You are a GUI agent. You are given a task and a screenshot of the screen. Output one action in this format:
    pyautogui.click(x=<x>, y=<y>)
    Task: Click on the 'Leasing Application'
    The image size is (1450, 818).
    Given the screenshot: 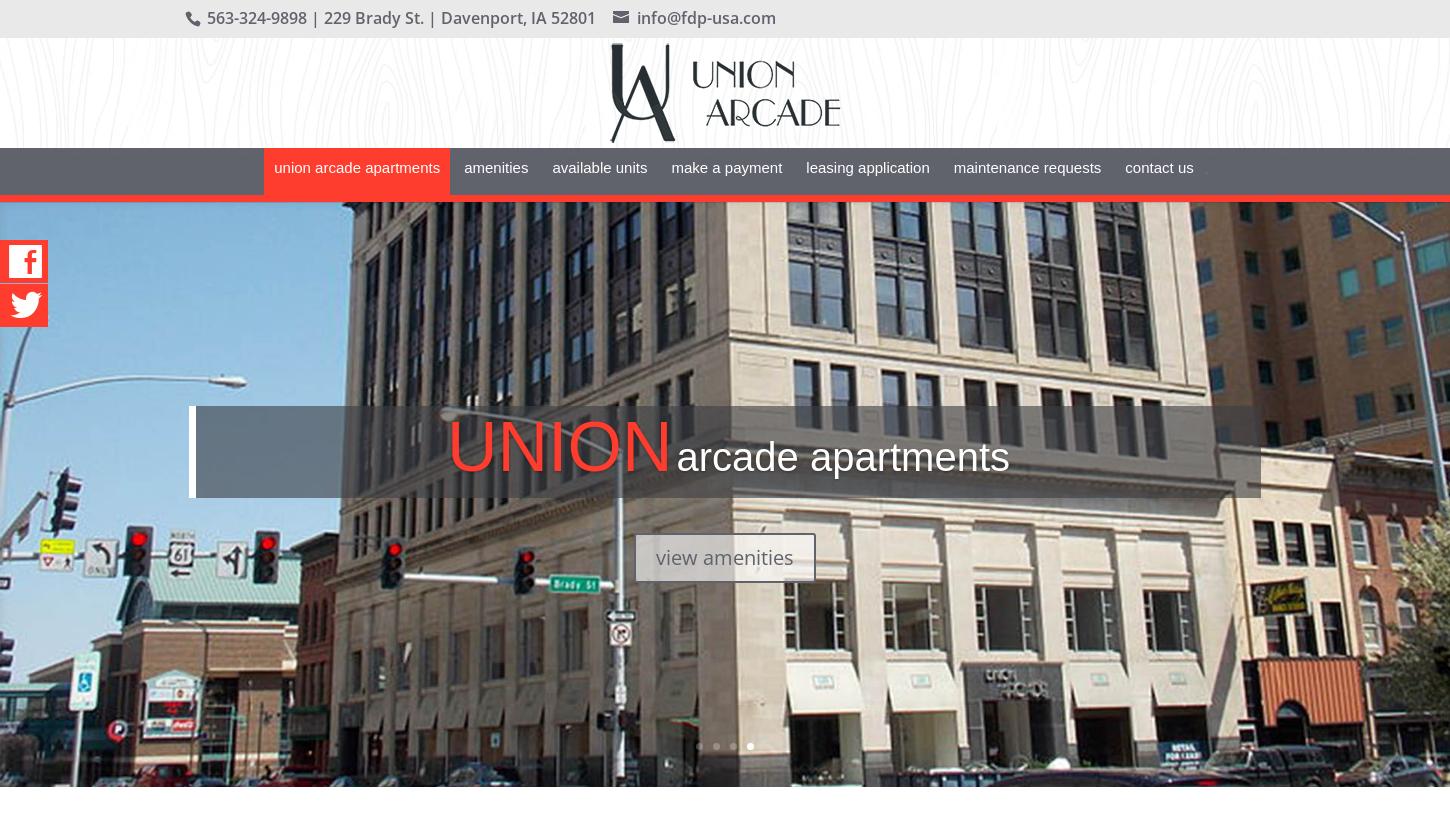 What is the action you would take?
    pyautogui.click(x=866, y=196)
    